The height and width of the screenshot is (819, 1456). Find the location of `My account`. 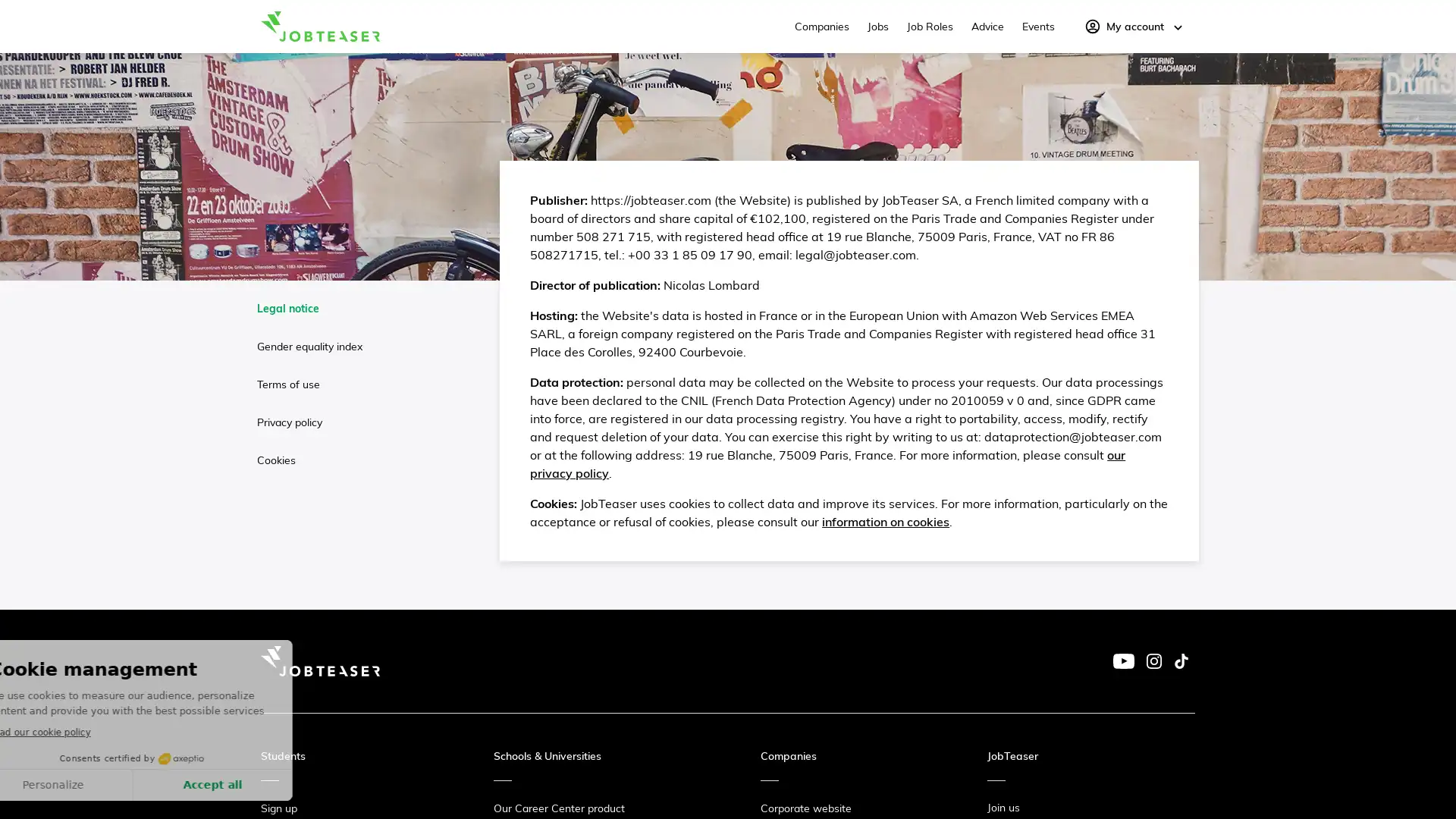

My account is located at coordinates (1135, 26).